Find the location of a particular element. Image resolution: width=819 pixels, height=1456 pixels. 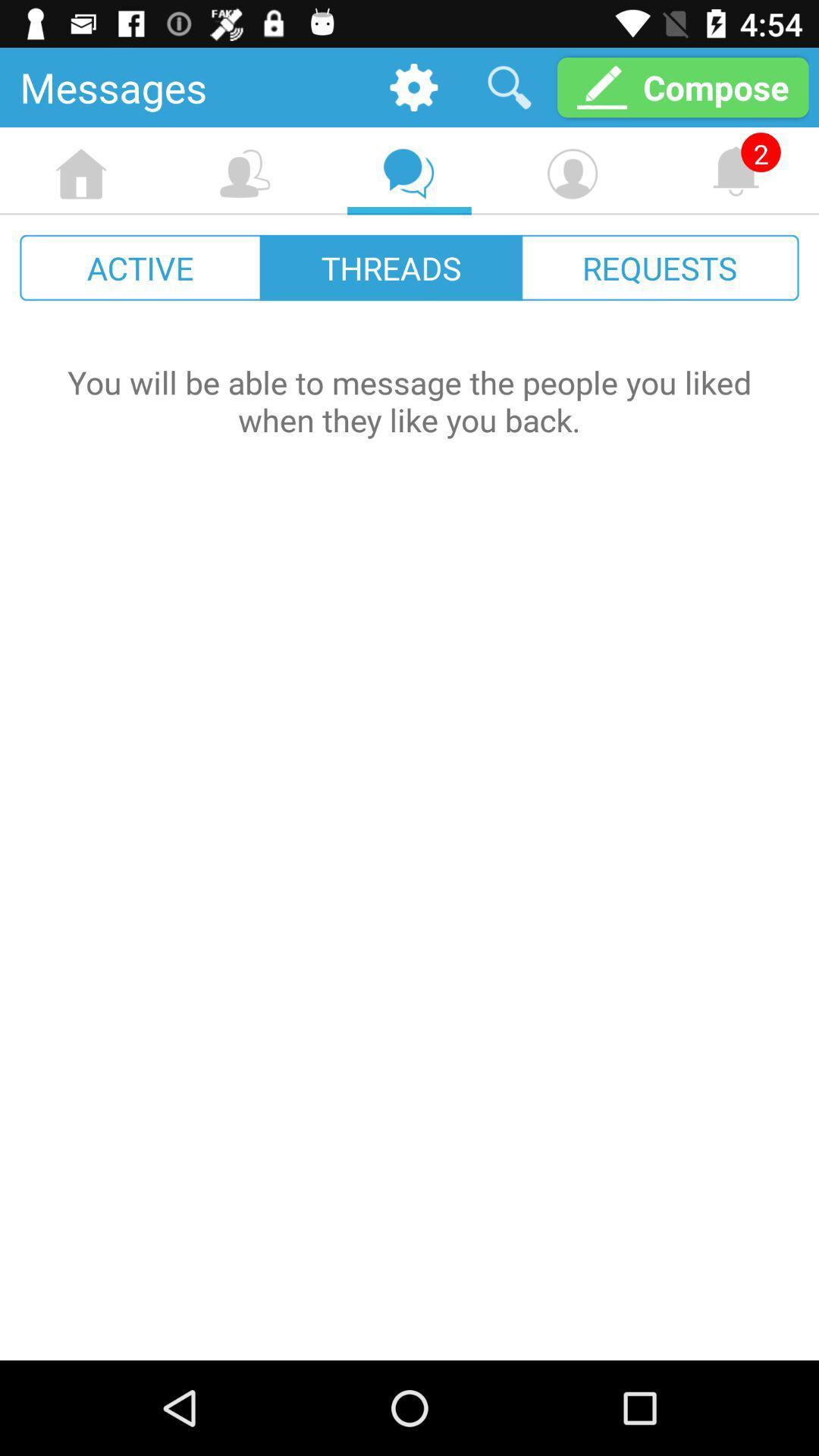

the item to the left of requests is located at coordinates (391, 268).